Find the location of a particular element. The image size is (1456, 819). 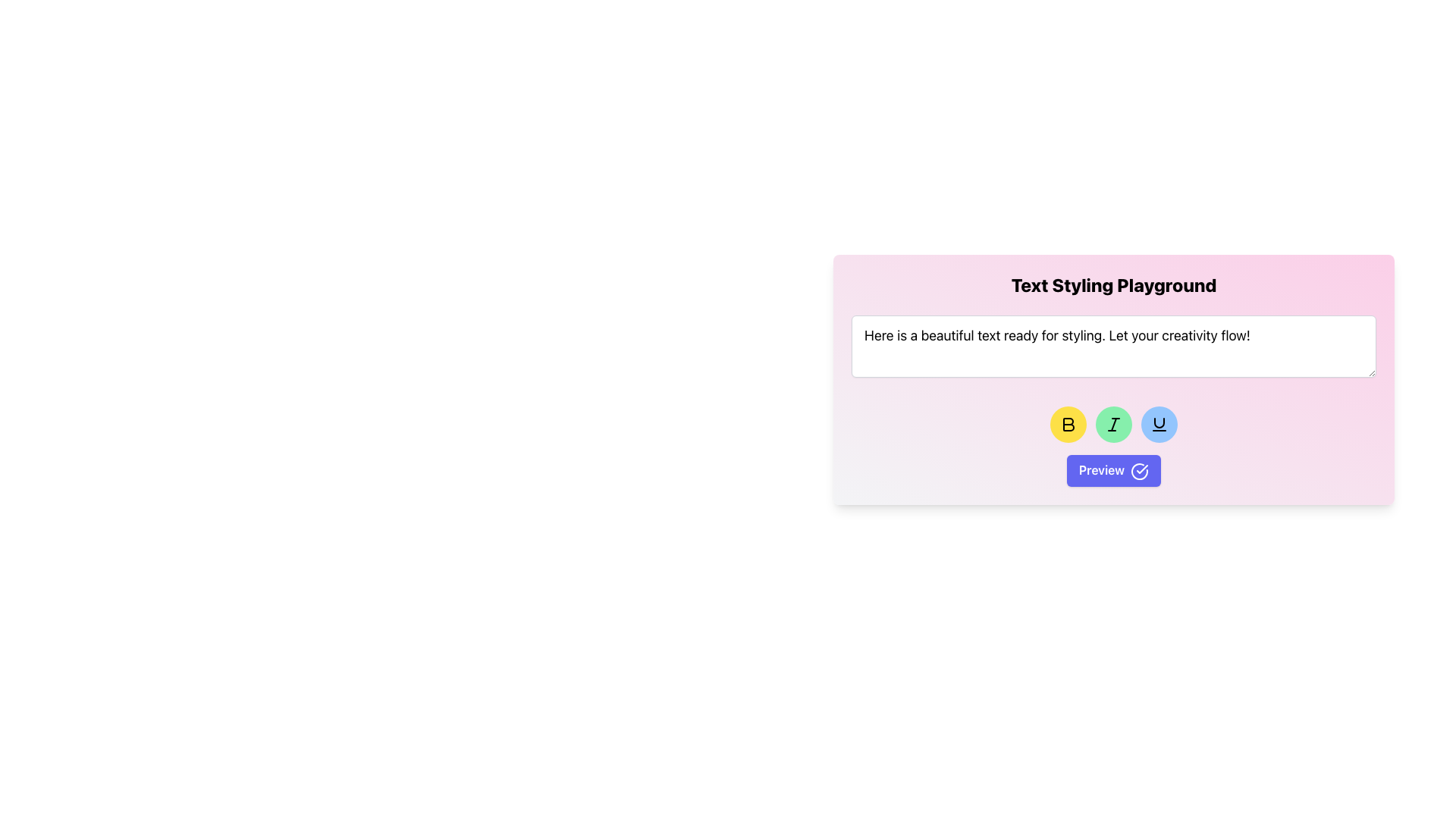

the circular light blue button with a black underlined 'U' icon is located at coordinates (1159, 424).